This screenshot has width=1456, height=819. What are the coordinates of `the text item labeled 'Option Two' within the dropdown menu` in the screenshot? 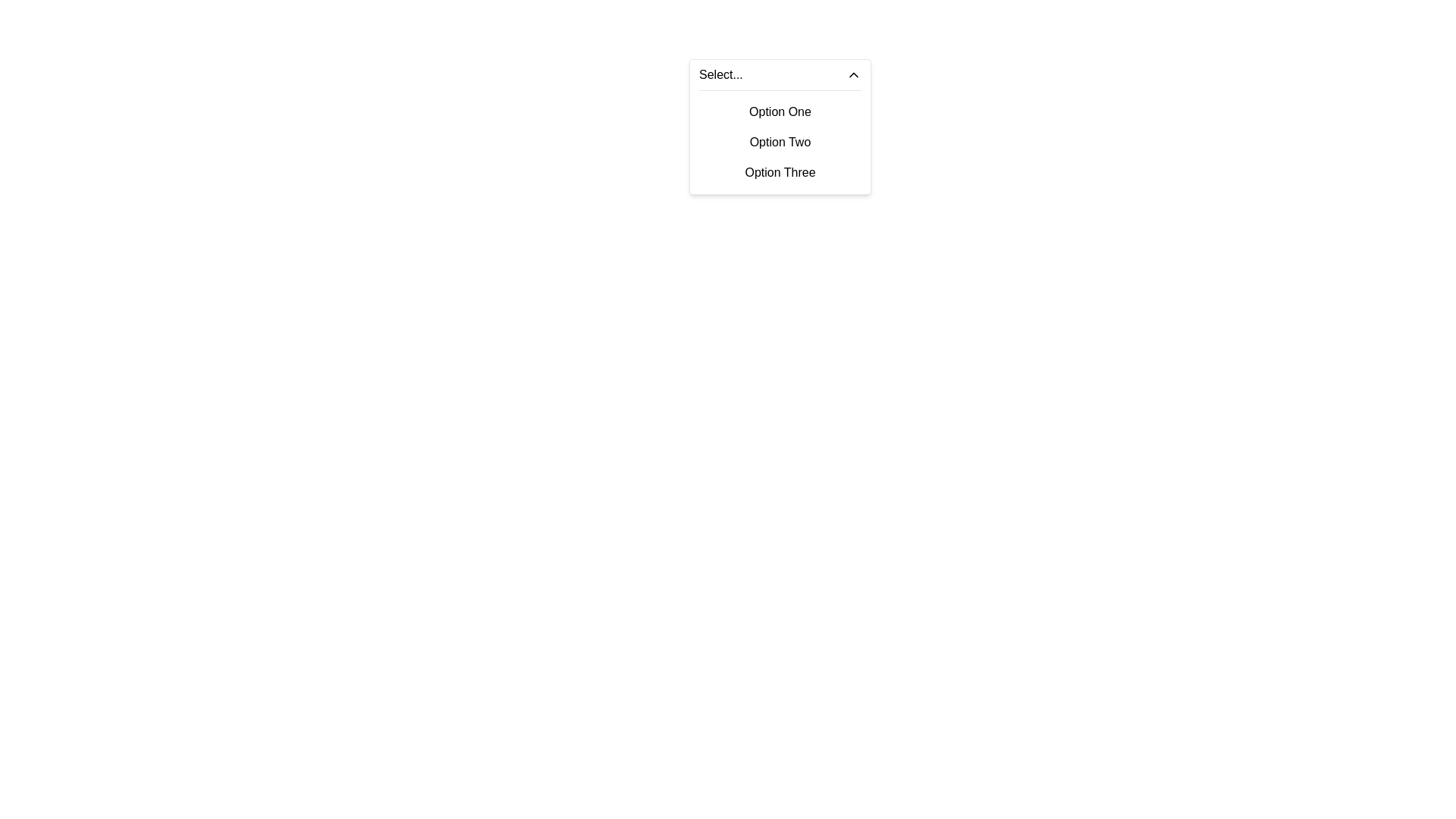 It's located at (780, 143).